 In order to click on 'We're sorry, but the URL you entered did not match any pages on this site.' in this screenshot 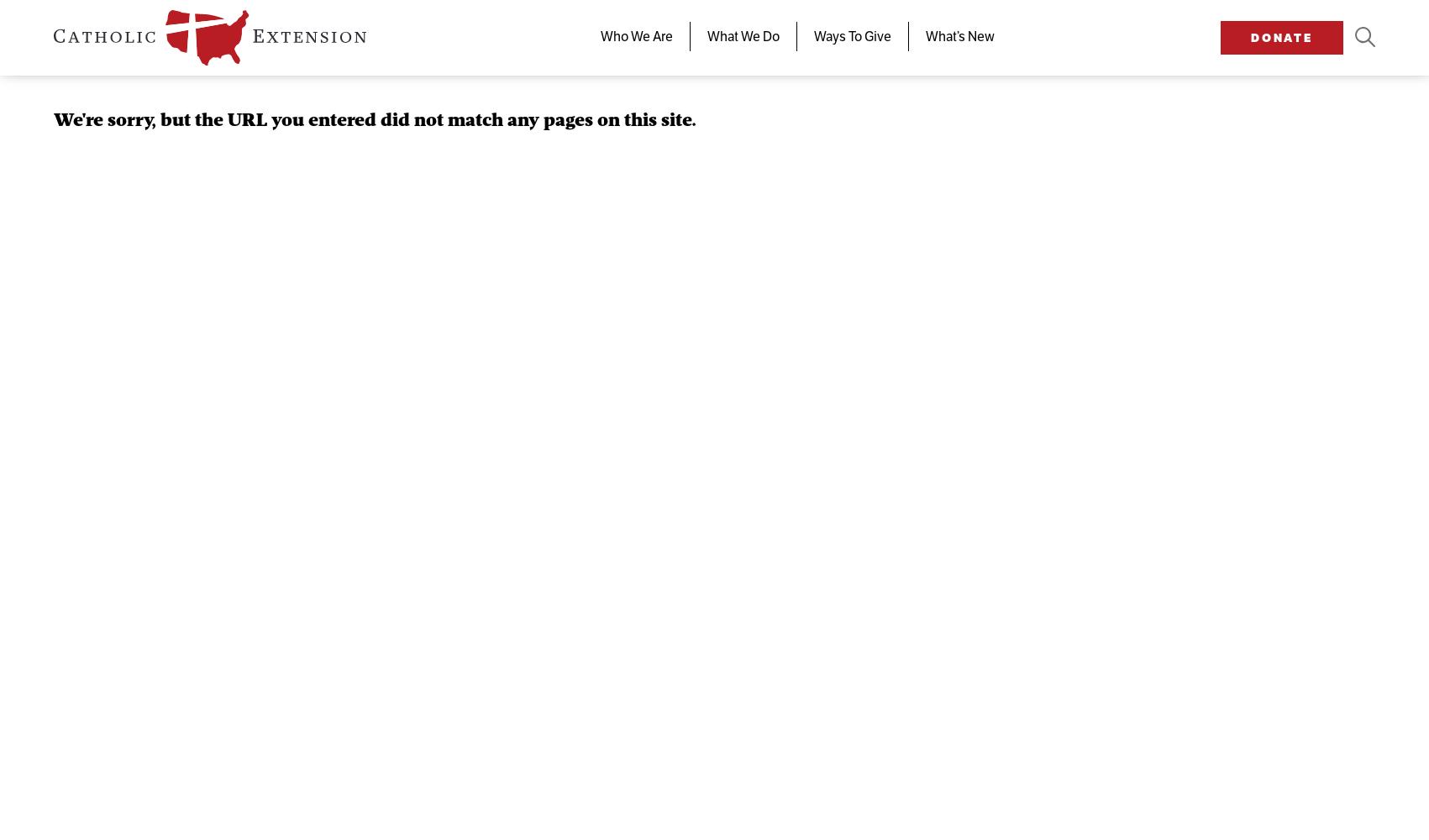, I will do `click(374, 121)`.